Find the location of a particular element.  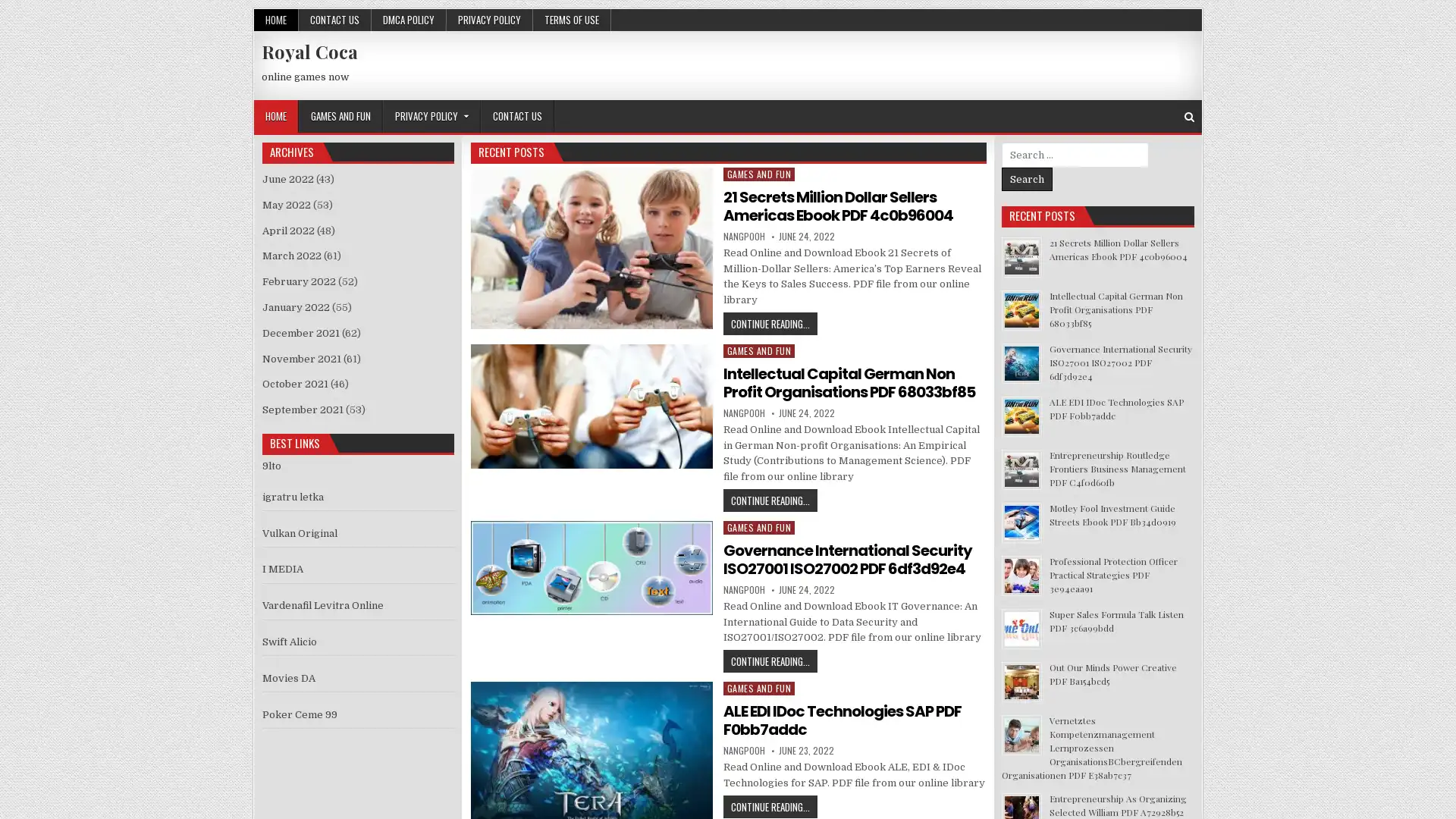

Search is located at coordinates (1027, 178).